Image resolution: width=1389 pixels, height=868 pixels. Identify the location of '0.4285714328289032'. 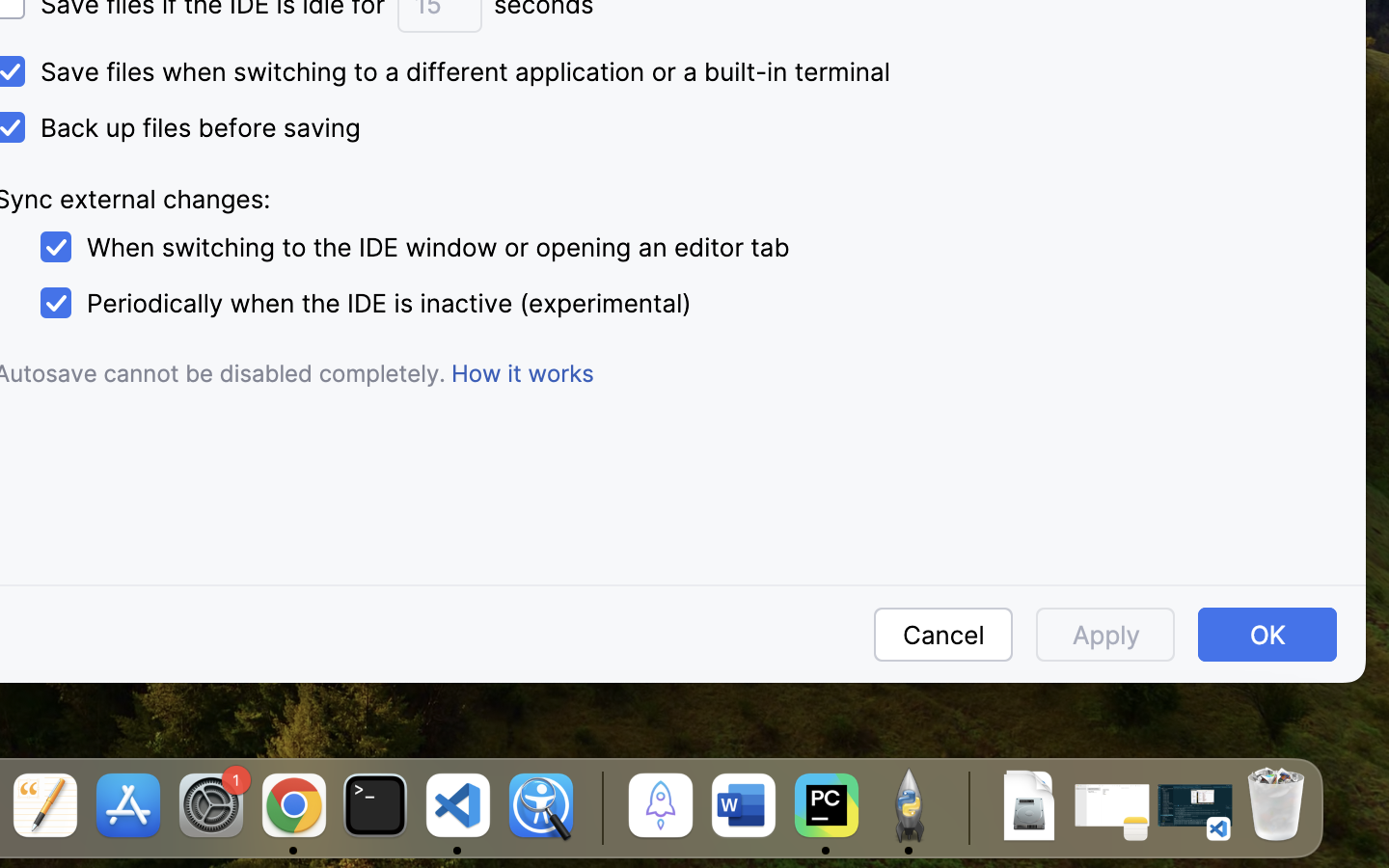
(598, 807).